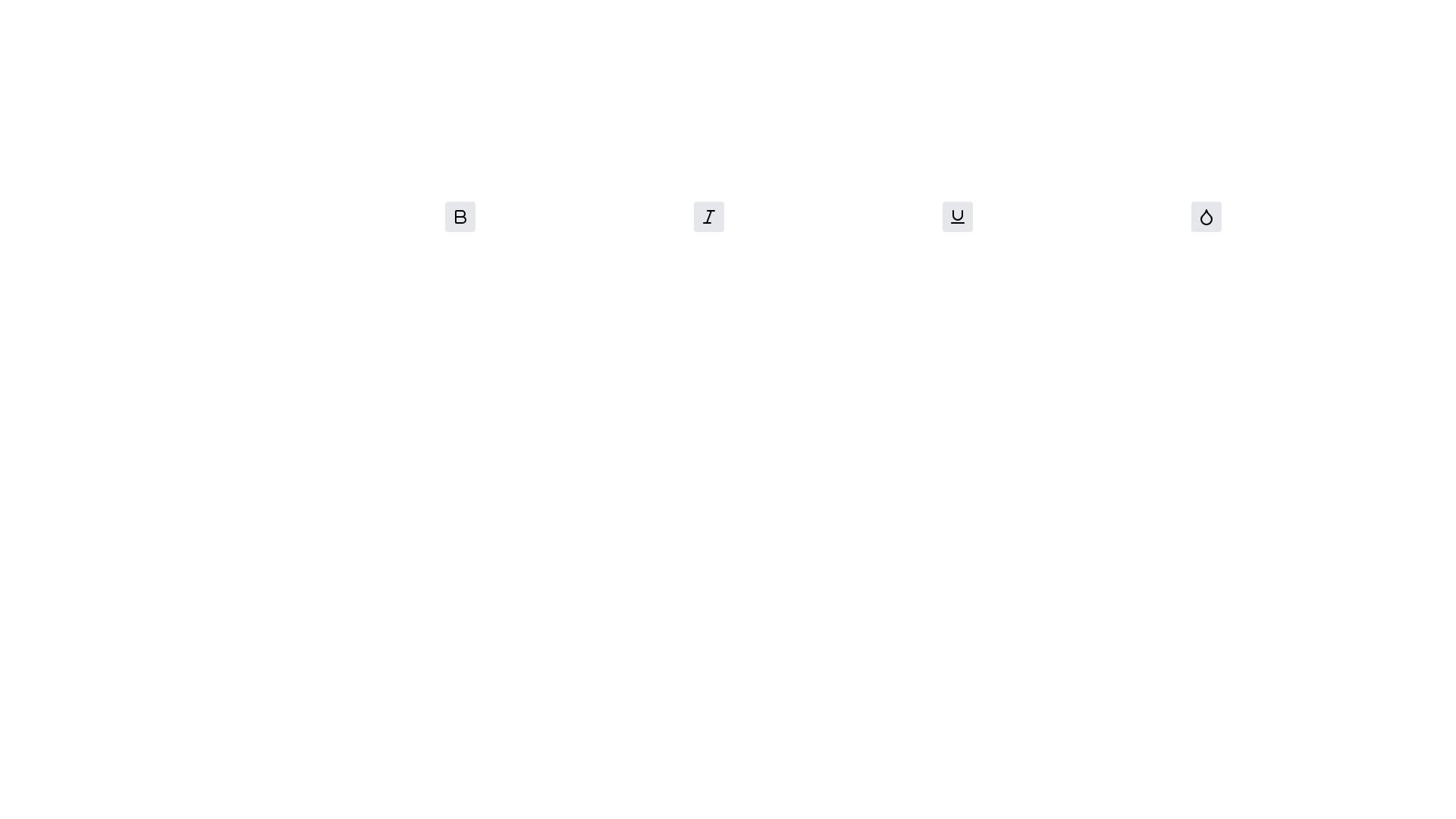  I want to click on the square button with a light gray background and a black italicized 'I' icon, so click(708, 216).